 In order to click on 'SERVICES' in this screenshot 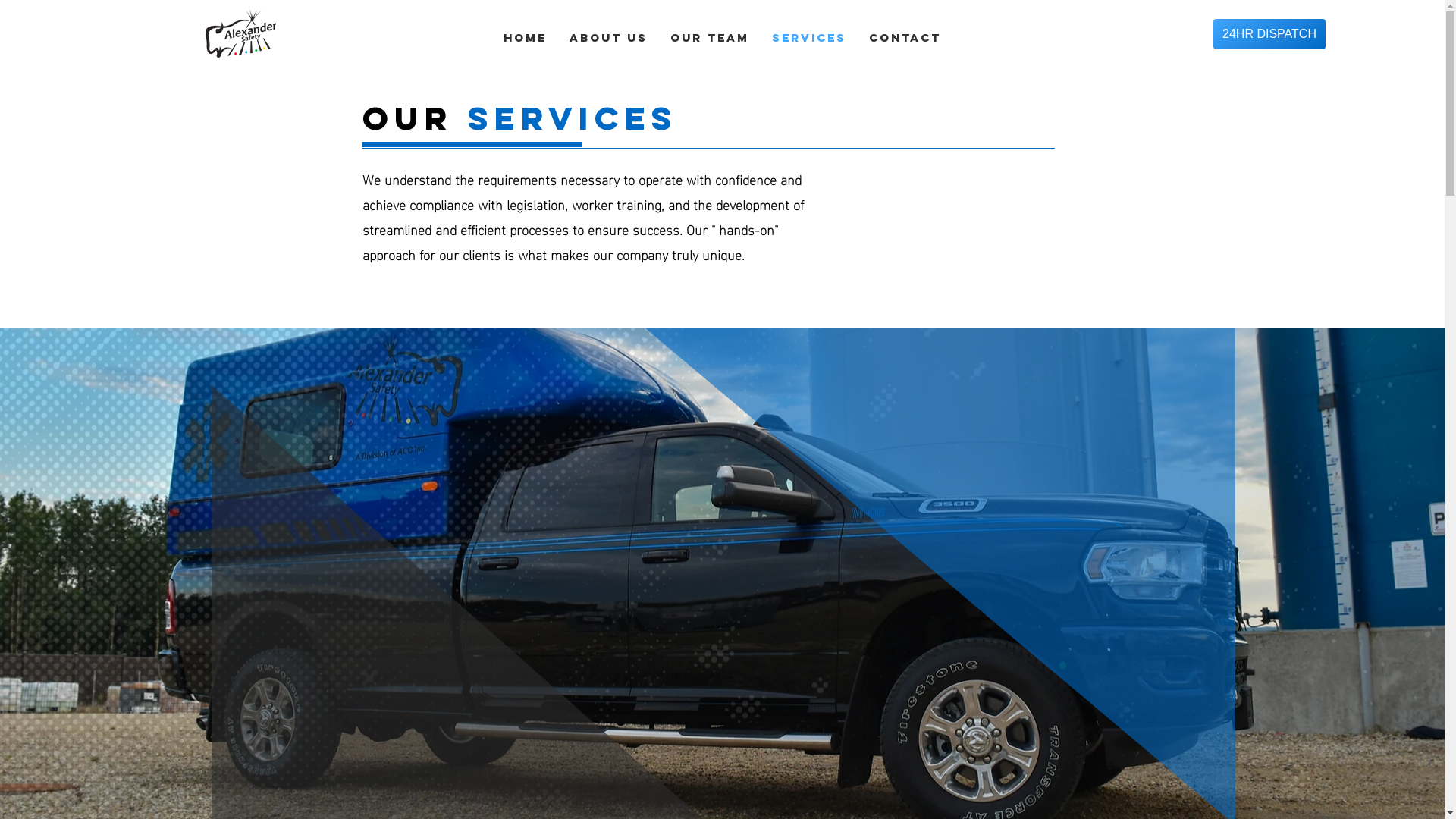, I will do `click(808, 37)`.